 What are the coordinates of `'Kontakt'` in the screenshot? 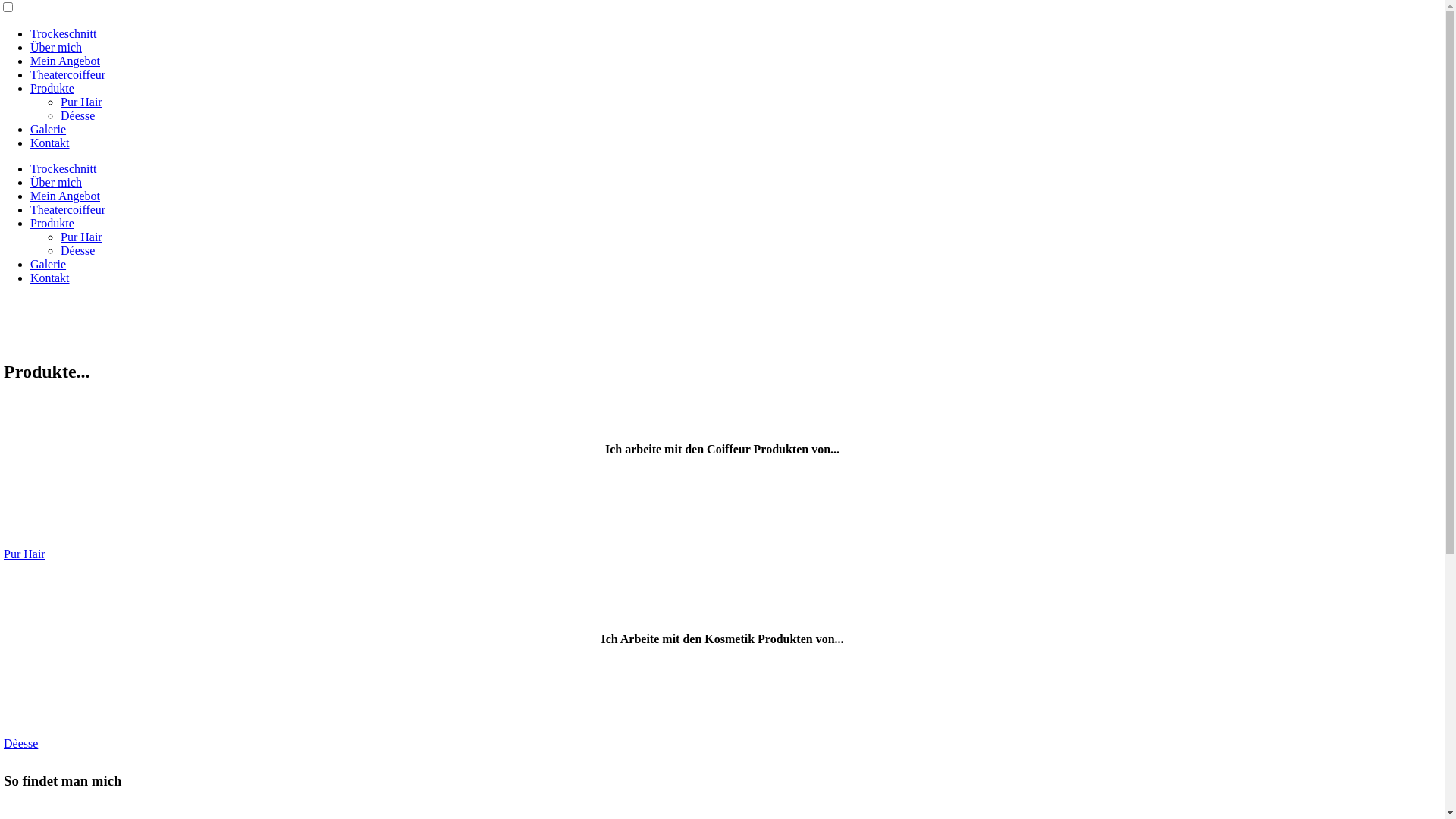 It's located at (50, 278).